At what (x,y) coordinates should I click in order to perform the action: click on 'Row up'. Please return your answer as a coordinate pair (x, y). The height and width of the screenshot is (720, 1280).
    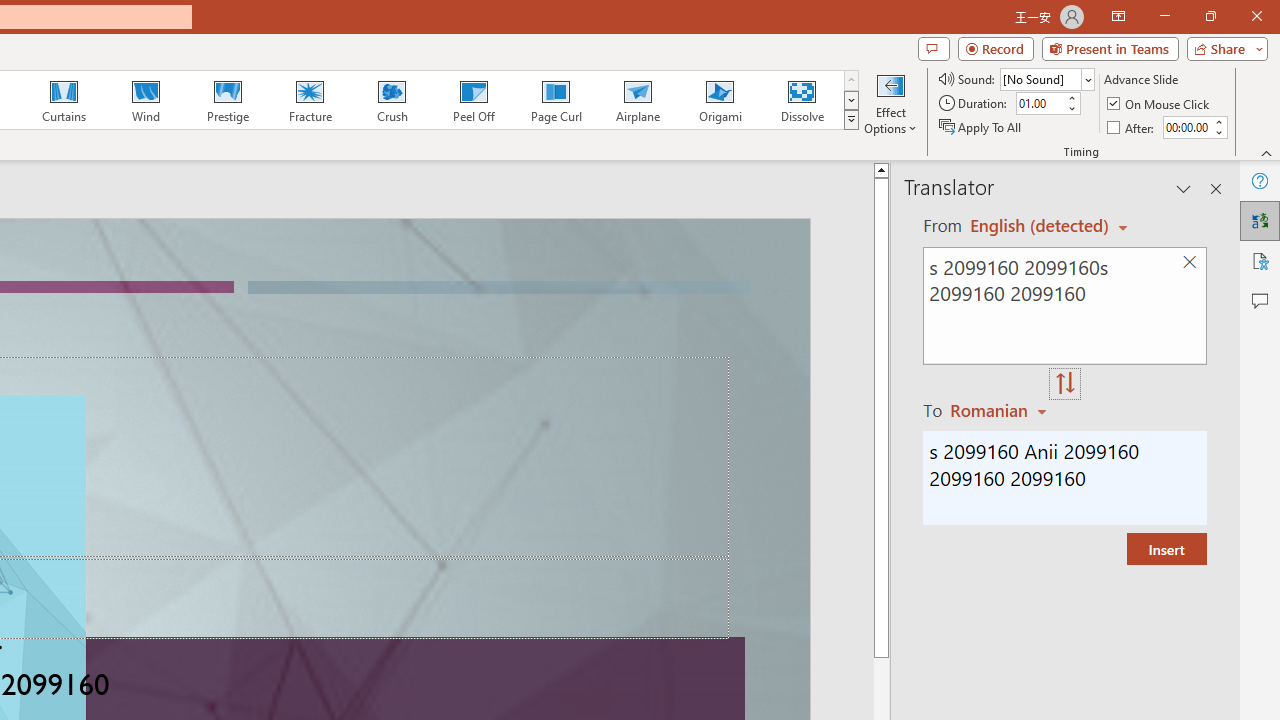
    Looking at the image, I should click on (851, 79).